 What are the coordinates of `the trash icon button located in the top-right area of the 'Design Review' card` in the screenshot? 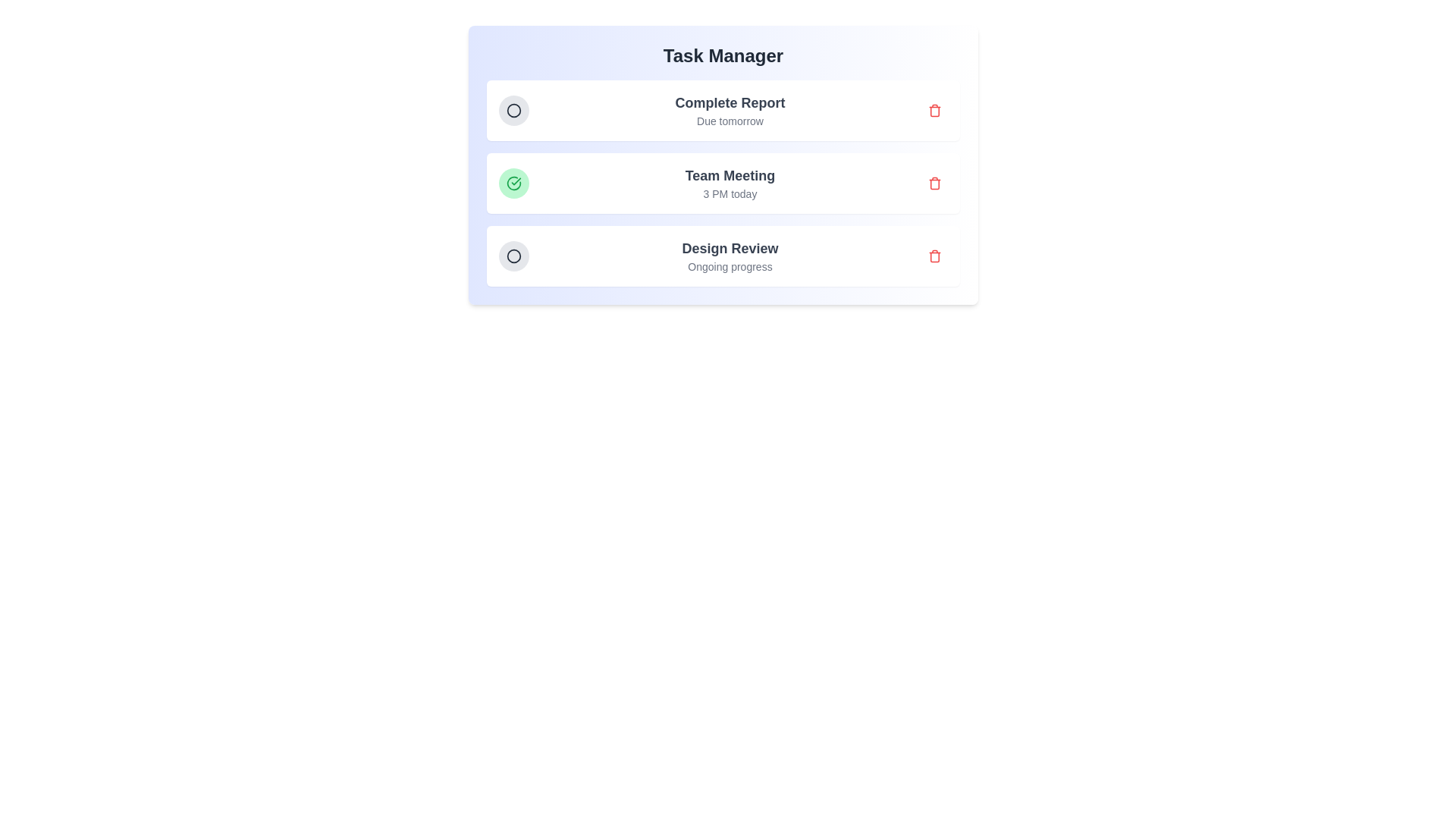 It's located at (934, 256).